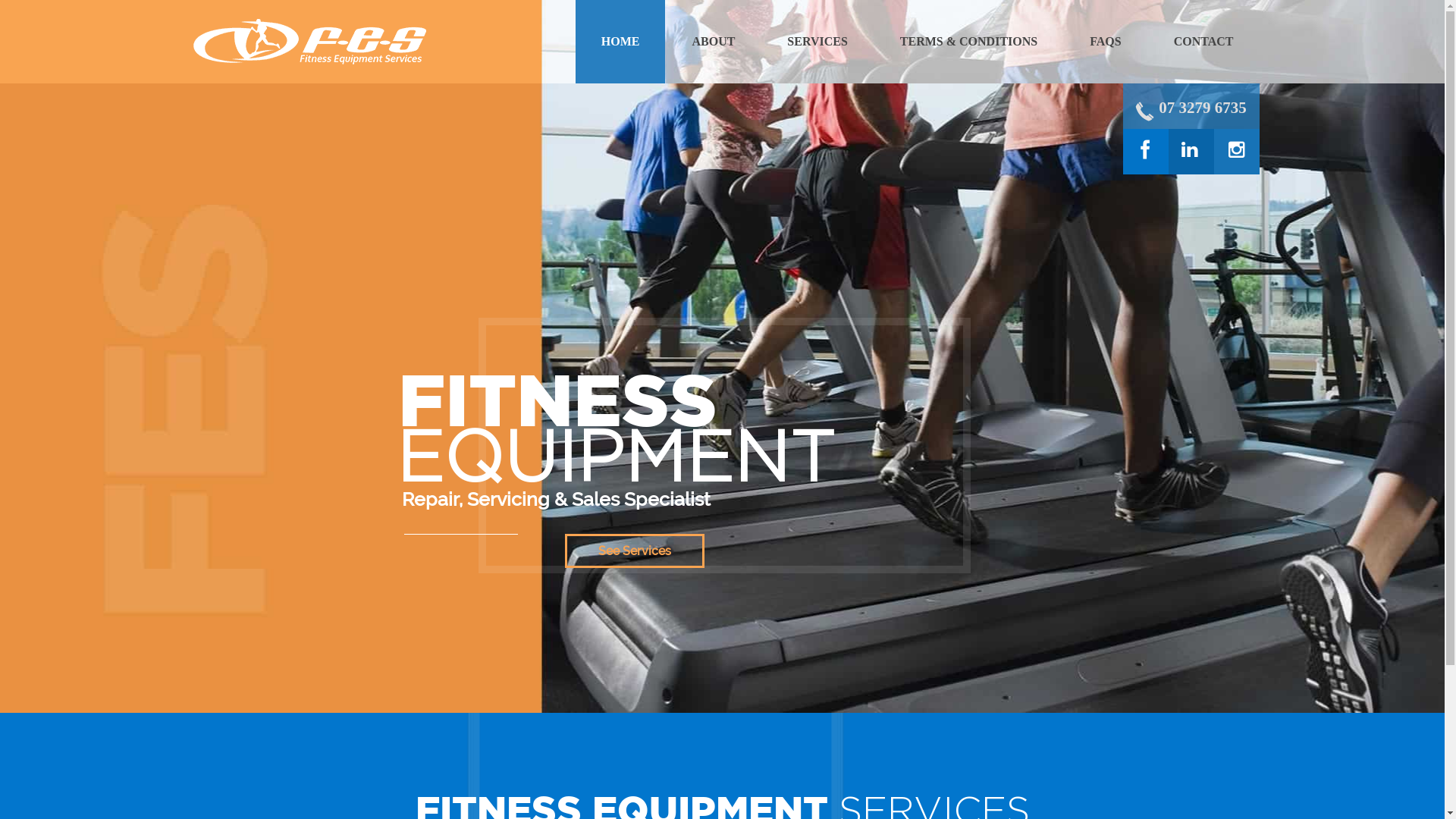 The image size is (1456, 819). What do you see at coordinates (620, 40) in the screenshot?
I see `'HOME'` at bounding box center [620, 40].